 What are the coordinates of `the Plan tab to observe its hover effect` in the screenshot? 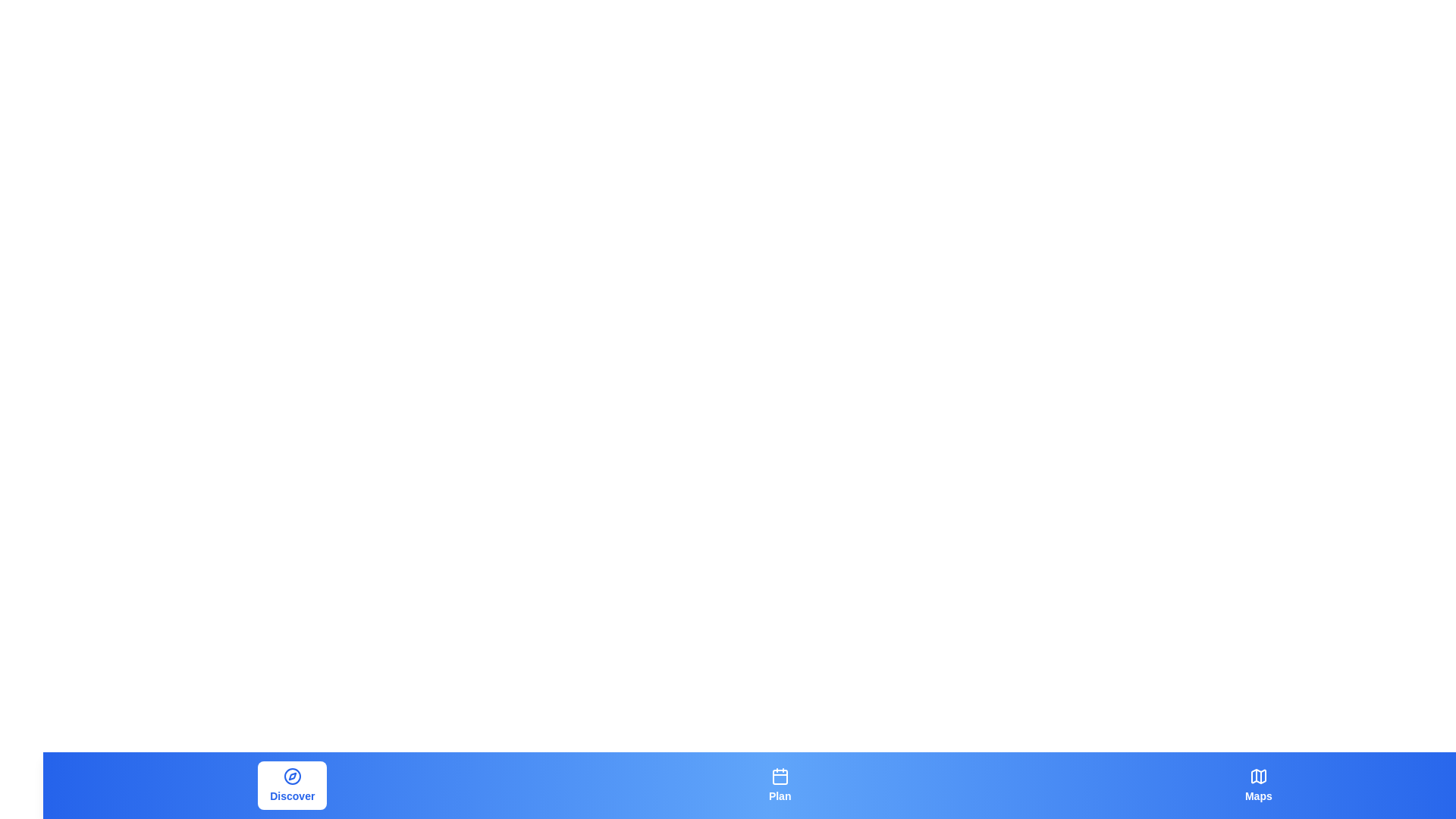 It's located at (780, 785).